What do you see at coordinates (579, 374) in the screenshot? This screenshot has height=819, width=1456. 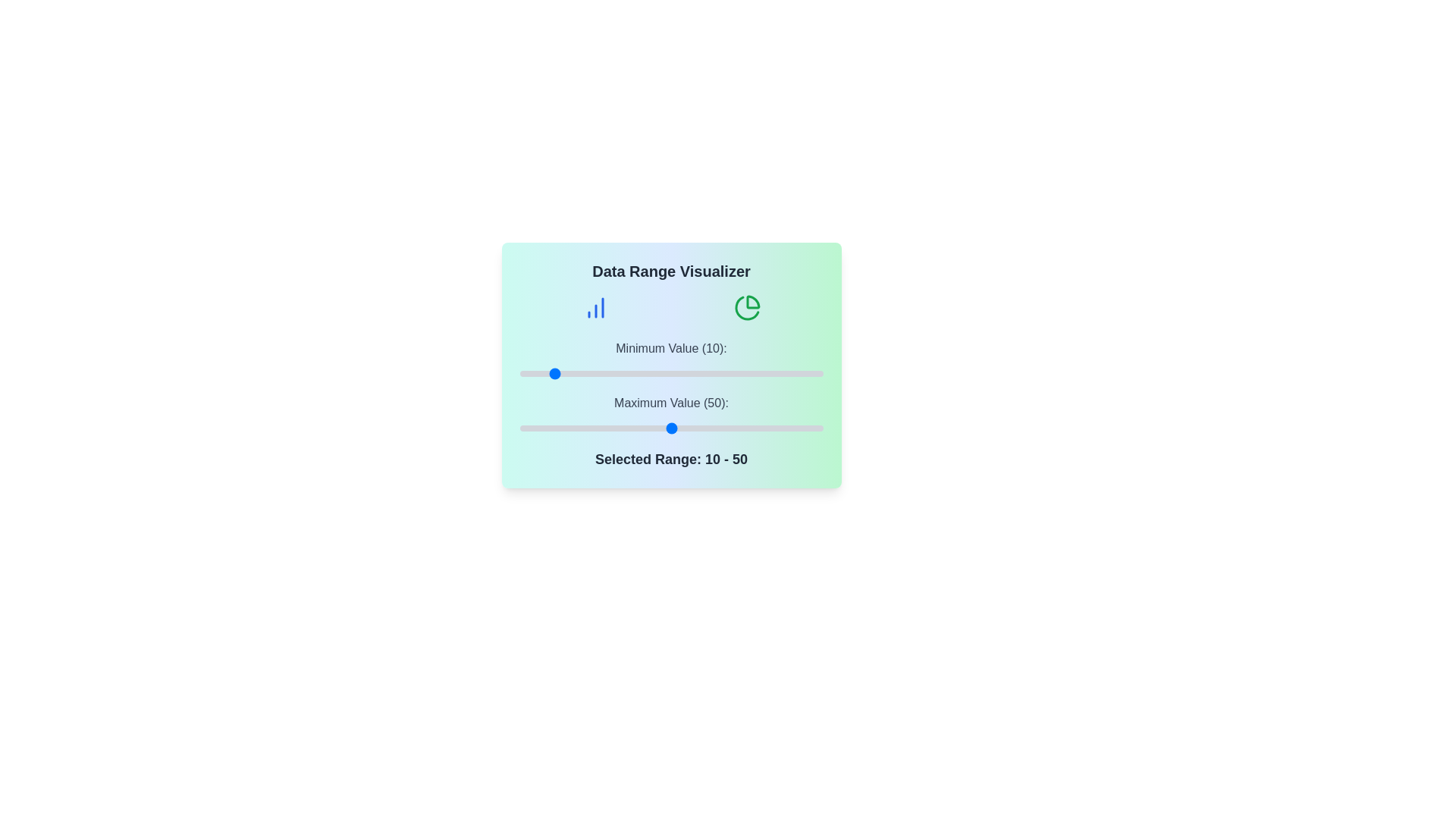 I see `the minimum value slider to 20` at bounding box center [579, 374].